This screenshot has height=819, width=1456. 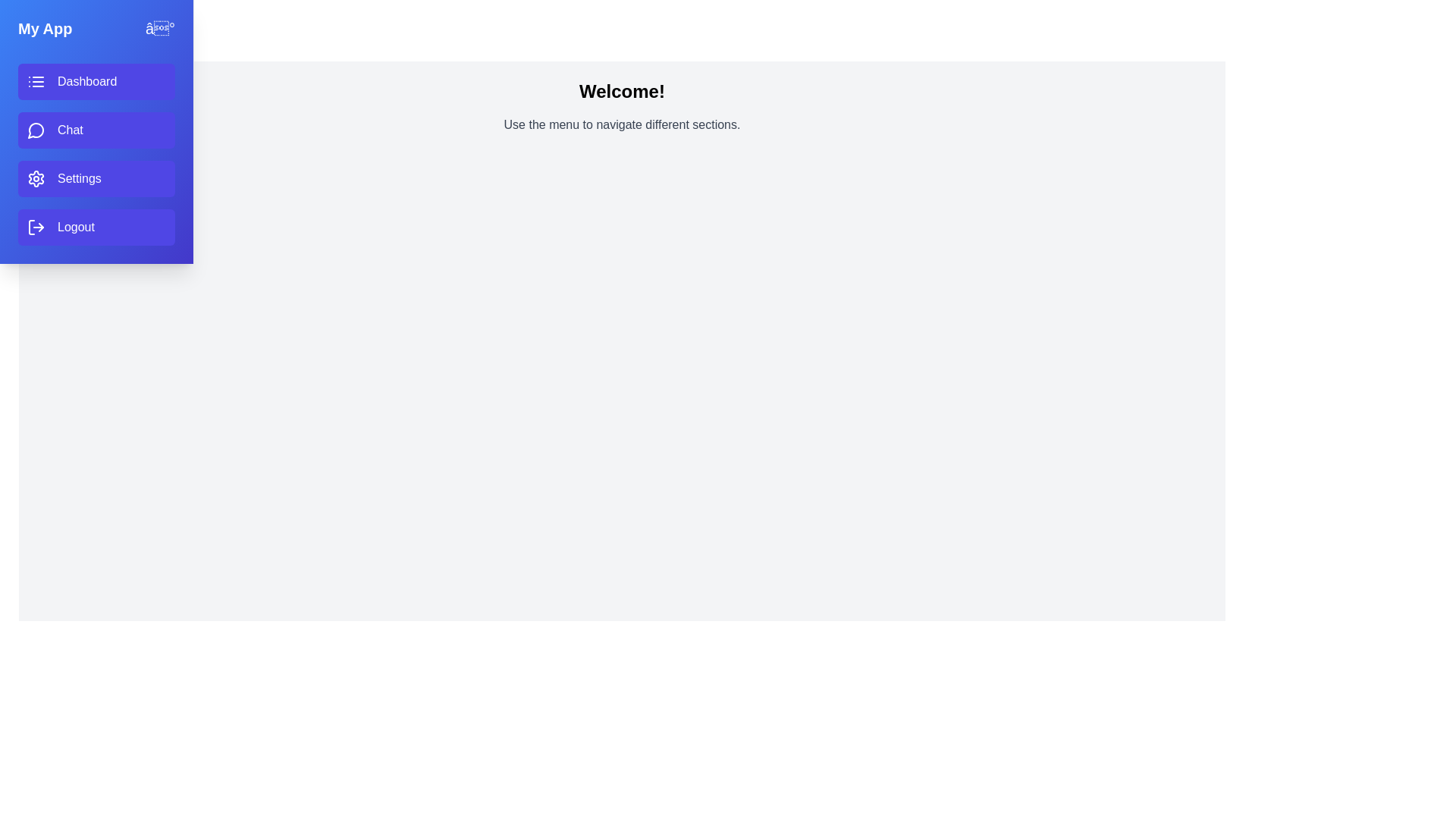 I want to click on the menu item Settings to navigate to the corresponding section, so click(x=96, y=177).